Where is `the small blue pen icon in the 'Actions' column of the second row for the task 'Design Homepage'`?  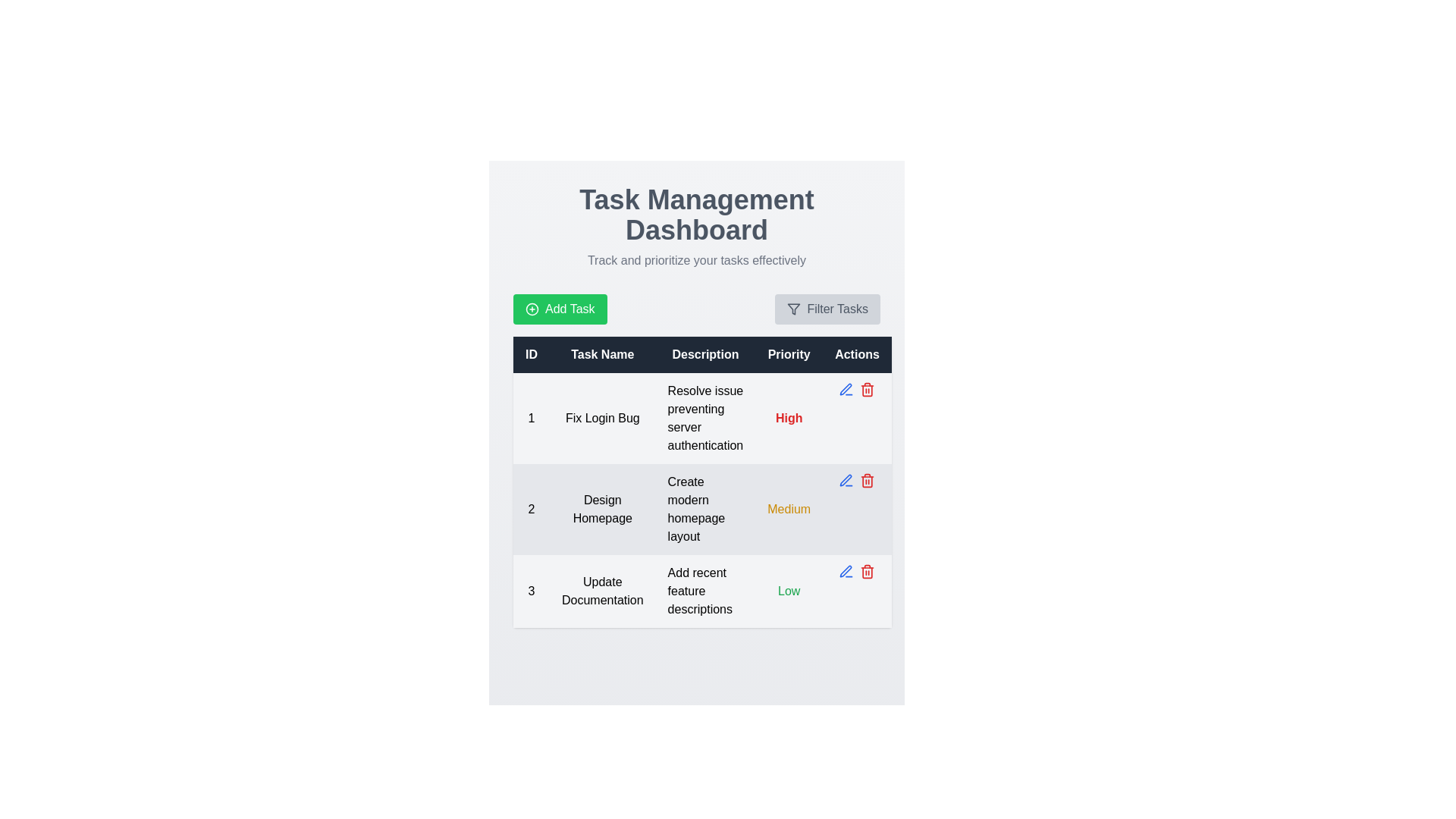 the small blue pen icon in the 'Actions' column of the second row for the task 'Design Homepage' is located at coordinates (846, 480).